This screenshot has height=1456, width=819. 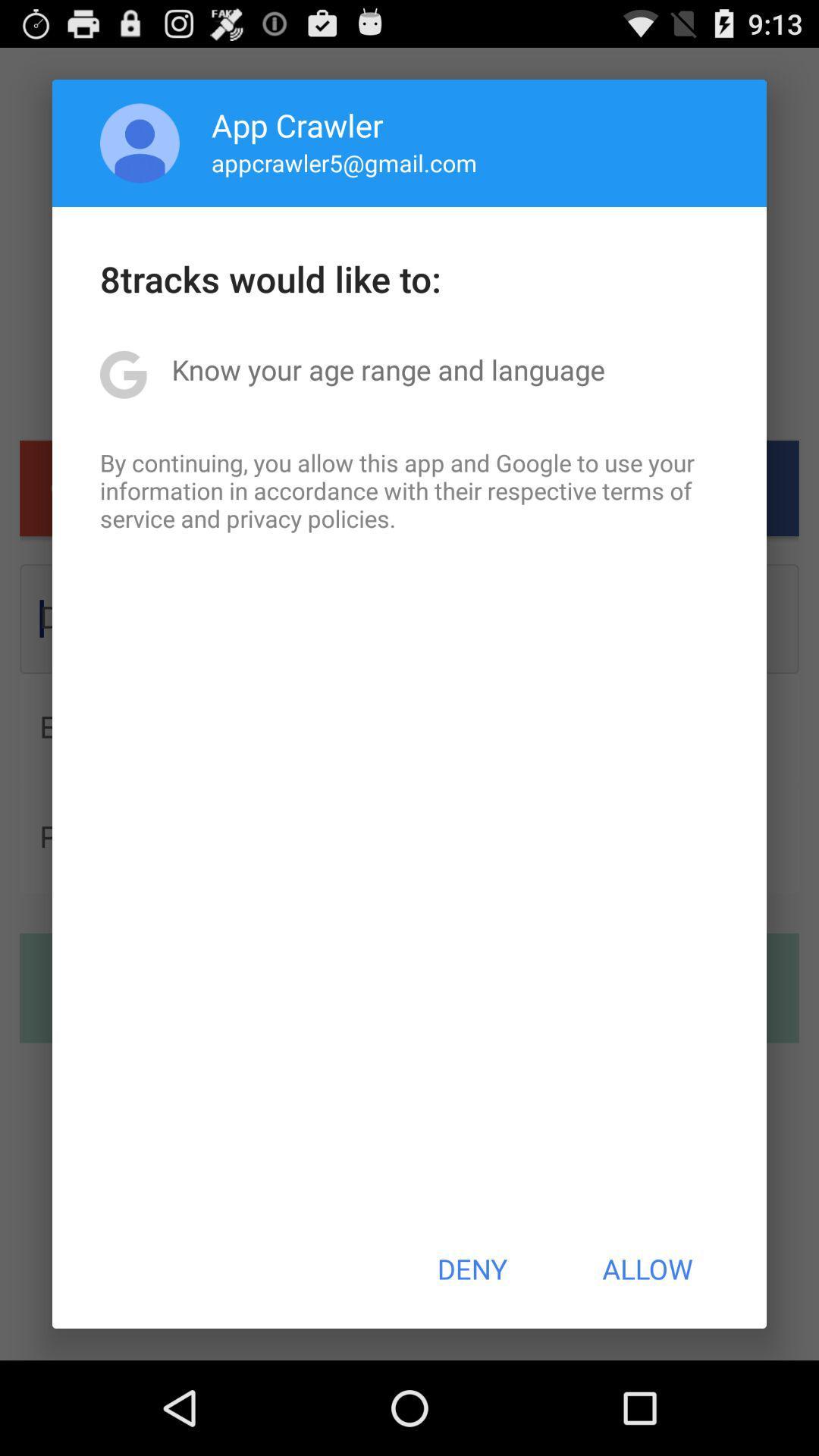 What do you see at coordinates (388, 369) in the screenshot?
I see `the know your age app` at bounding box center [388, 369].